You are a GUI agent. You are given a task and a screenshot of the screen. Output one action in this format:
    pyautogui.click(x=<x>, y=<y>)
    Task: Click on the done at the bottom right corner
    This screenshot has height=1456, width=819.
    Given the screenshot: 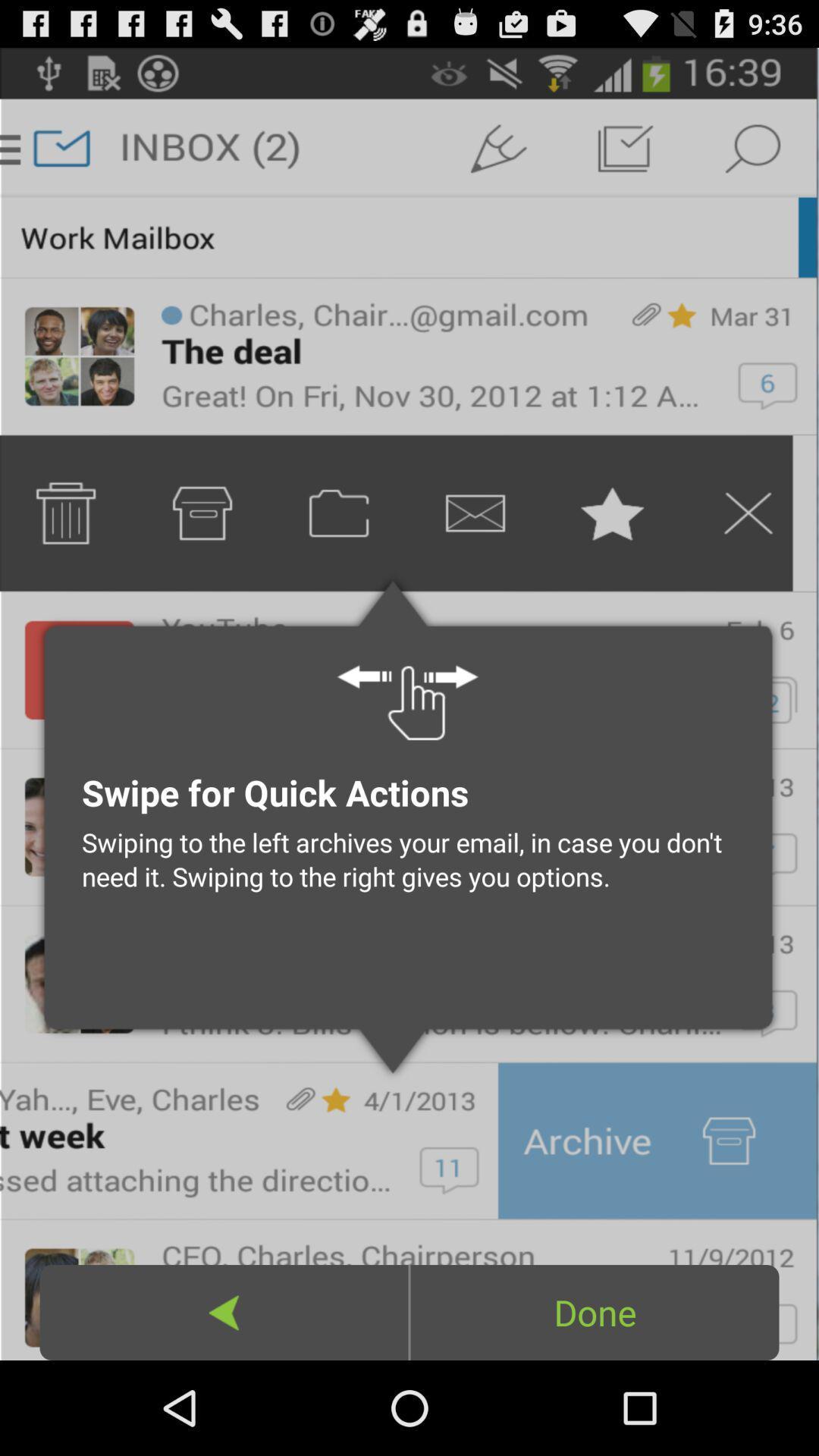 What is the action you would take?
    pyautogui.click(x=594, y=1312)
    